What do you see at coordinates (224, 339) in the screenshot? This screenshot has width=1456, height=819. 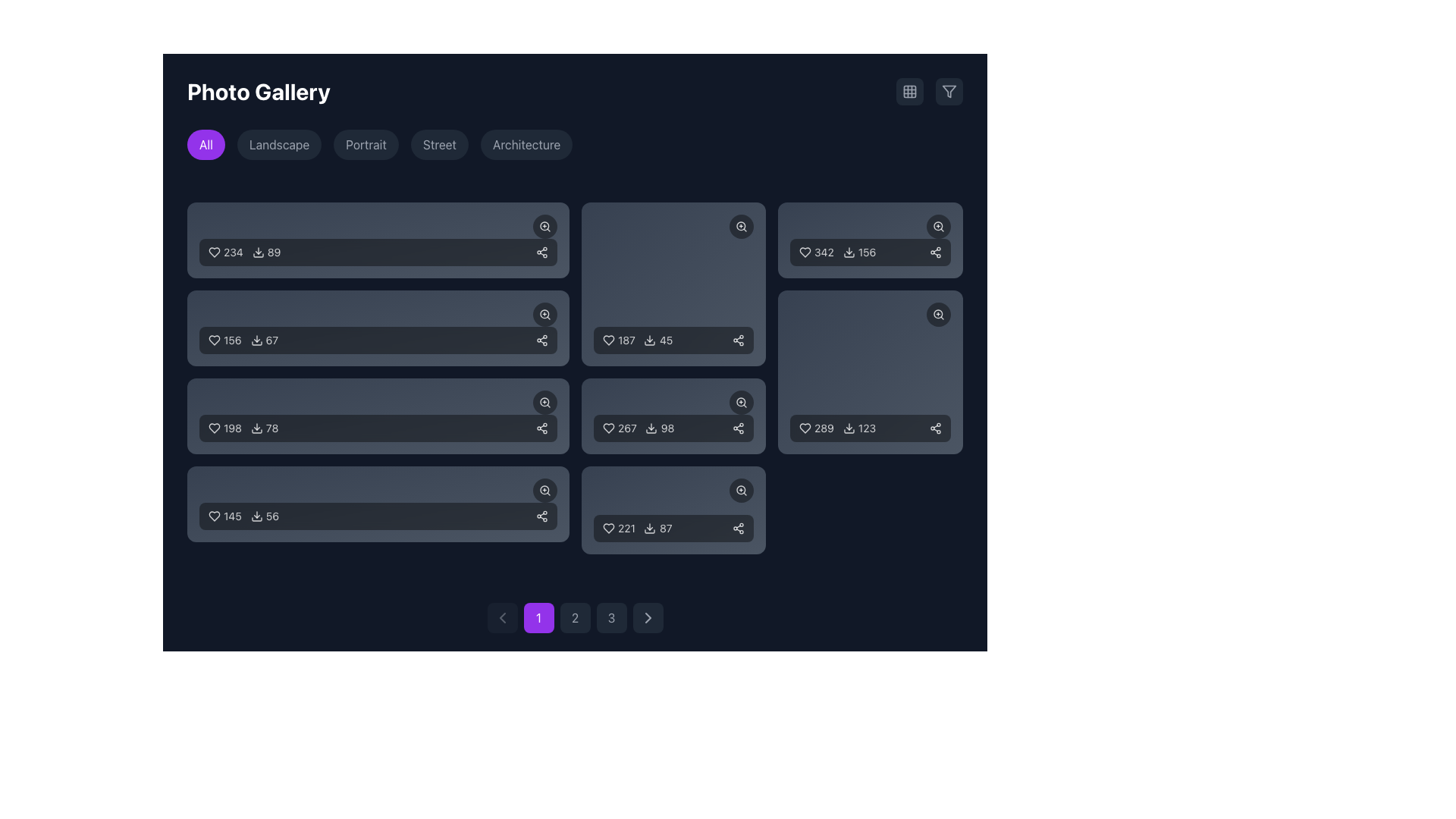 I see `the heart icon associated with the text label displaying the number '156' to like or unlike` at bounding box center [224, 339].